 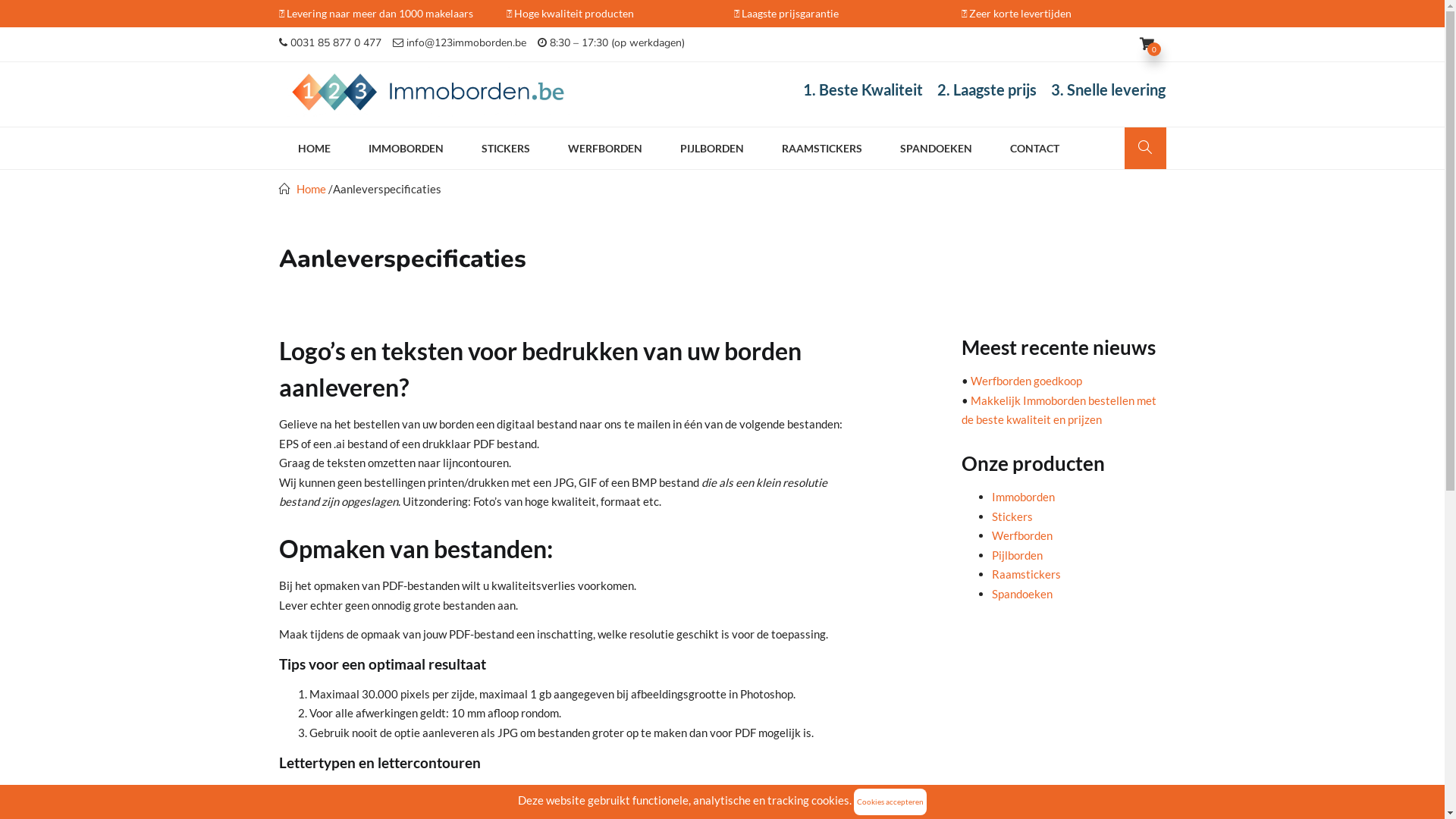 What do you see at coordinates (458, 42) in the screenshot?
I see `'info@123immoborden.be'` at bounding box center [458, 42].